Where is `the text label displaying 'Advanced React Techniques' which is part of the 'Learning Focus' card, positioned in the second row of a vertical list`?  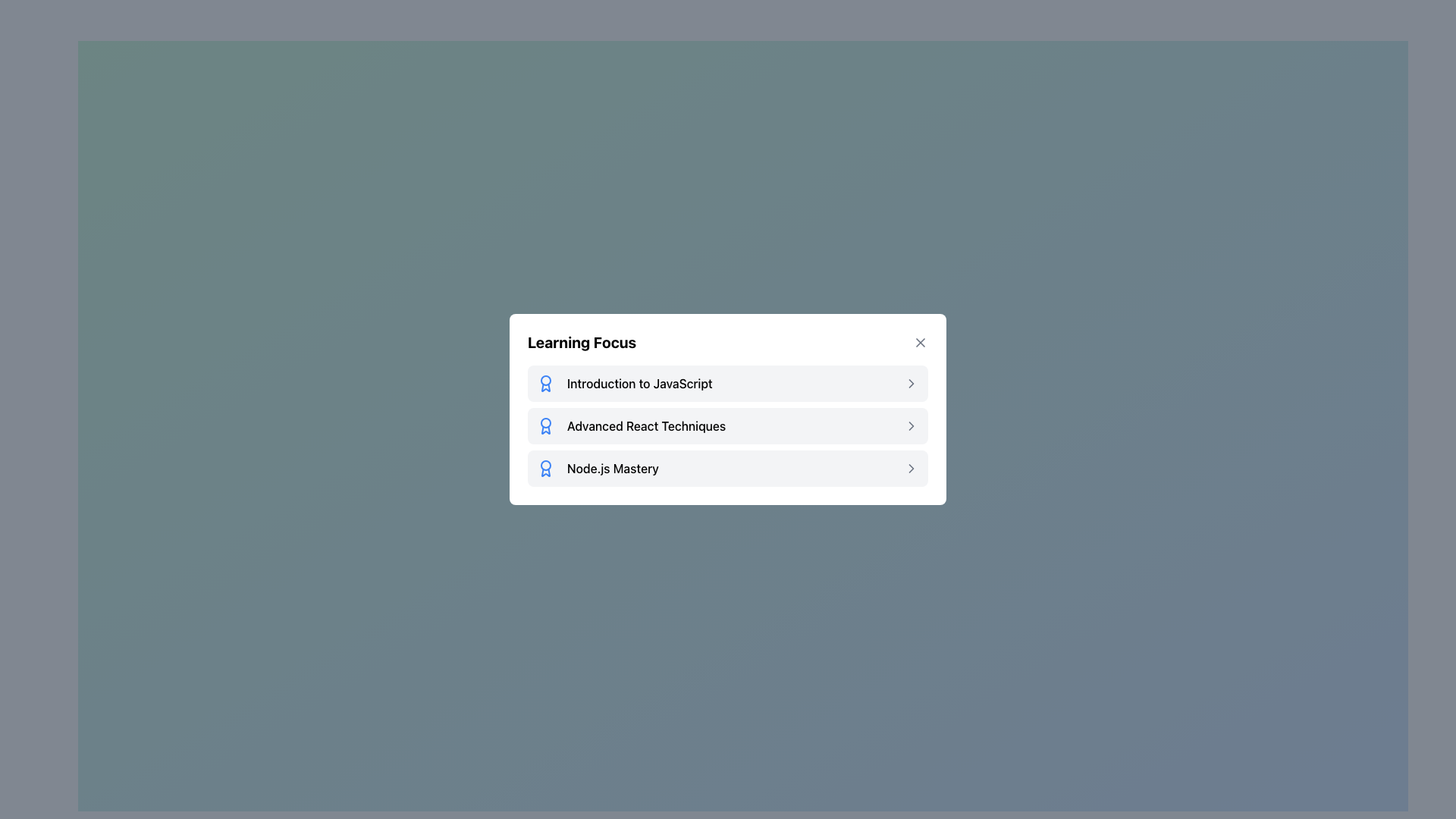
the text label displaying 'Advanced React Techniques' which is part of the 'Learning Focus' card, positioned in the second row of a vertical list is located at coordinates (646, 426).